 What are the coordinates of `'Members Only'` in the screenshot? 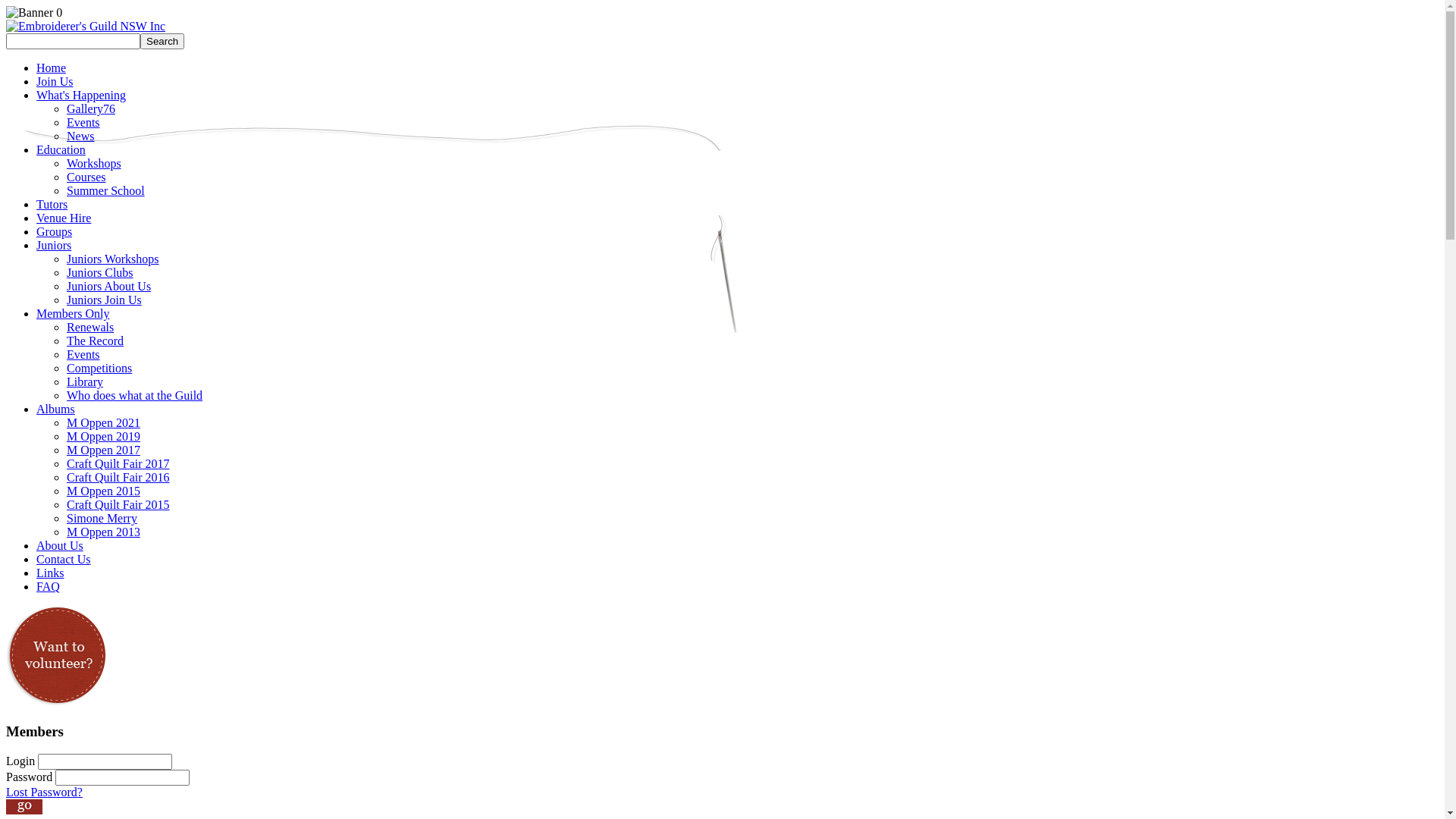 It's located at (72, 312).